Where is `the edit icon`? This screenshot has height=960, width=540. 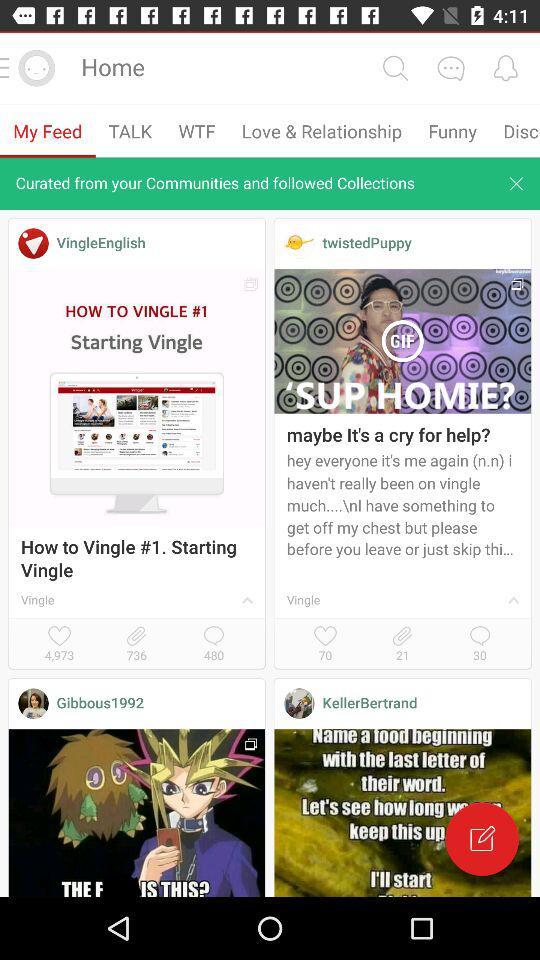
the edit icon is located at coordinates (481, 839).